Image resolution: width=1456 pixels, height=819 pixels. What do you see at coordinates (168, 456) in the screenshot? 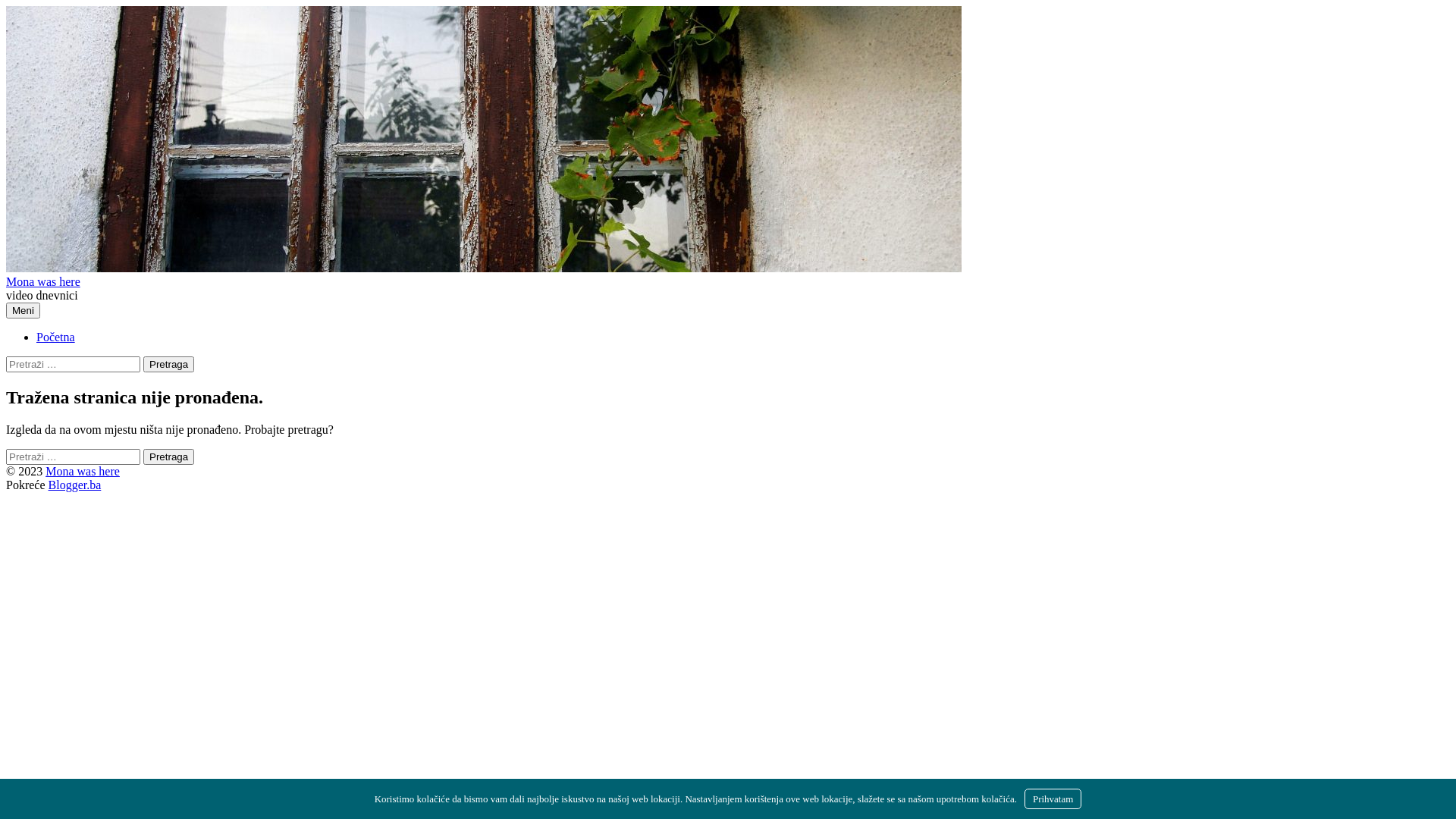
I see `'Pretraga'` at bounding box center [168, 456].